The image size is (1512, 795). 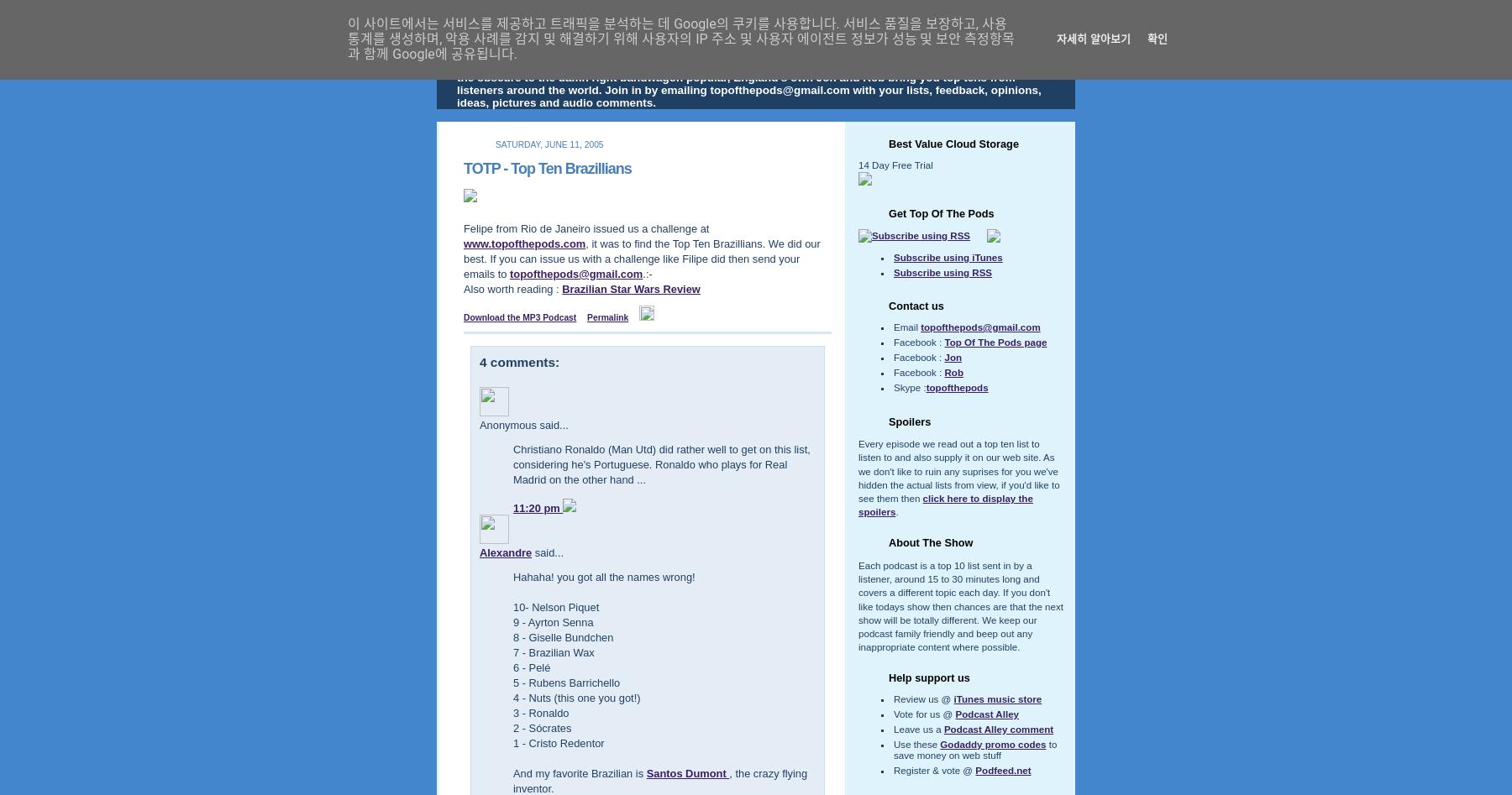 I want to click on 'Christiano Ronaldo (Man Utd) did rather well to get on this list,  considering he's Portuguese.  Ronaldo who plays for Real Madrid on the other hand ...', so click(x=512, y=463).